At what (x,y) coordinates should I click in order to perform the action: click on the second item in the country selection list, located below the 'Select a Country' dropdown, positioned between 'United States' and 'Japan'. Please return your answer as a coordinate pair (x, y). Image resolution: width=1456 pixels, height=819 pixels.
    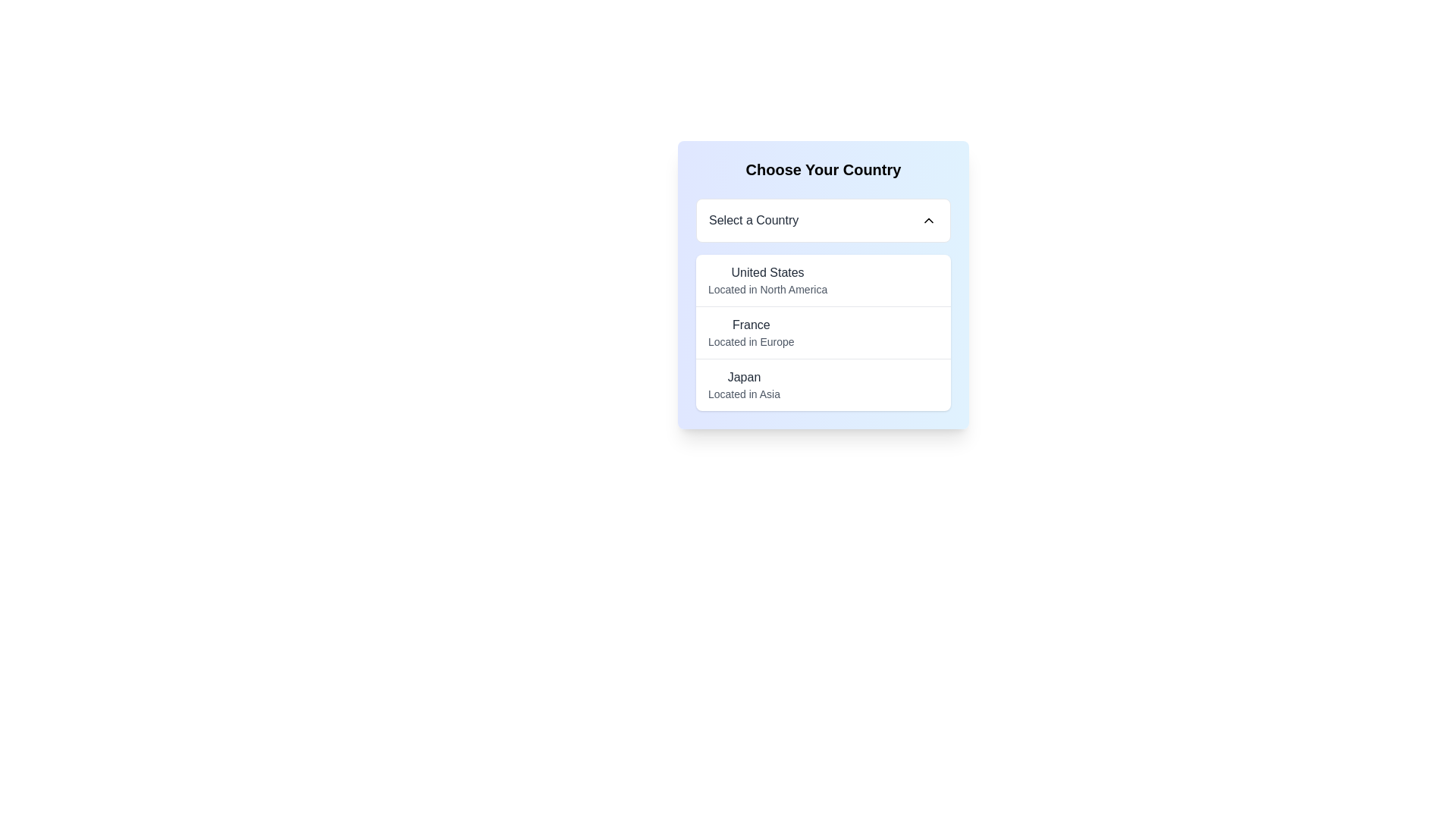
    Looking at the image, I should click on (822, 332).